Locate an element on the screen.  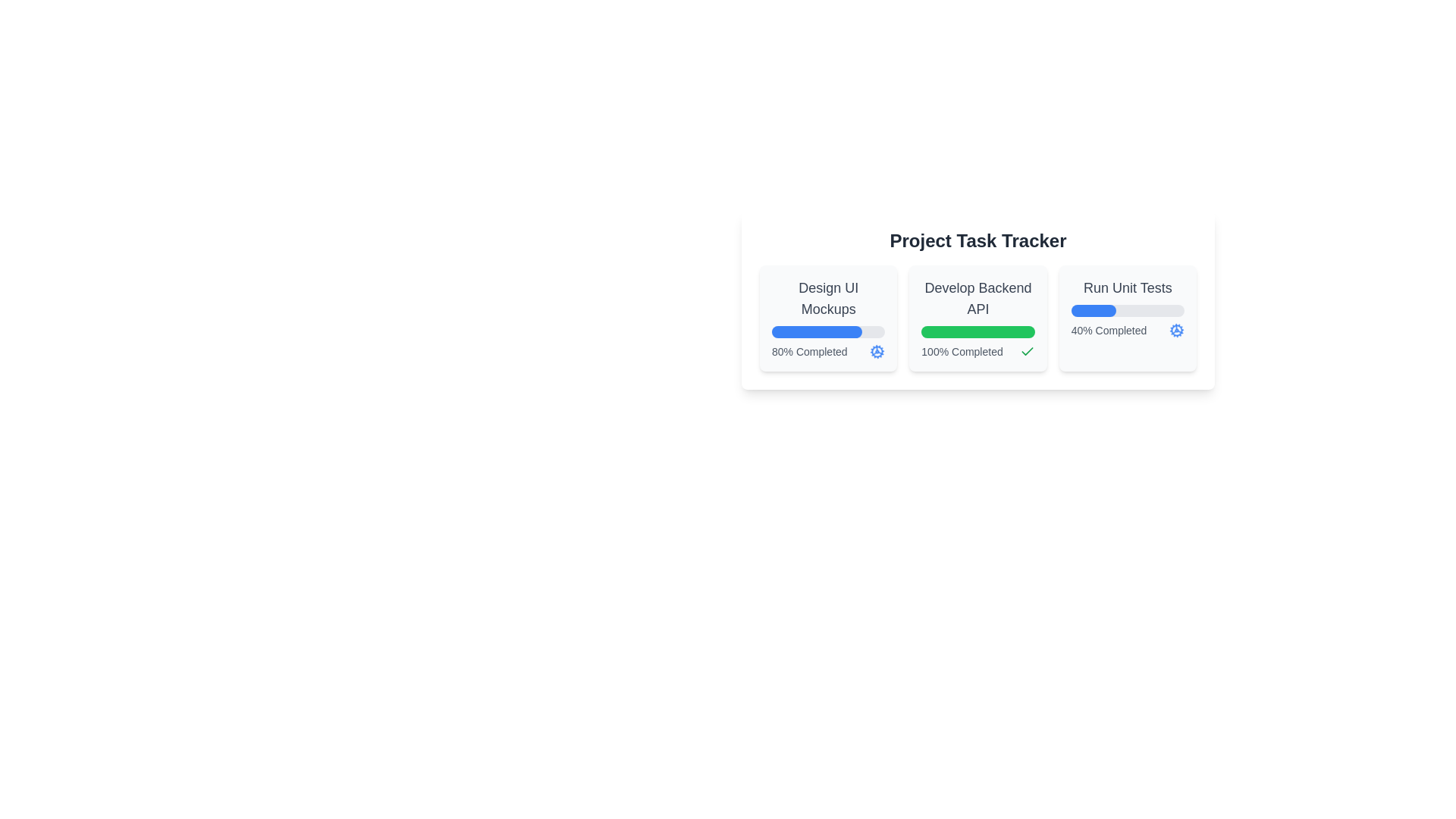
the text label displaying '40% Completed' within the 'Run Unit Tests' task progress card is located at coordinates (1109, 329).